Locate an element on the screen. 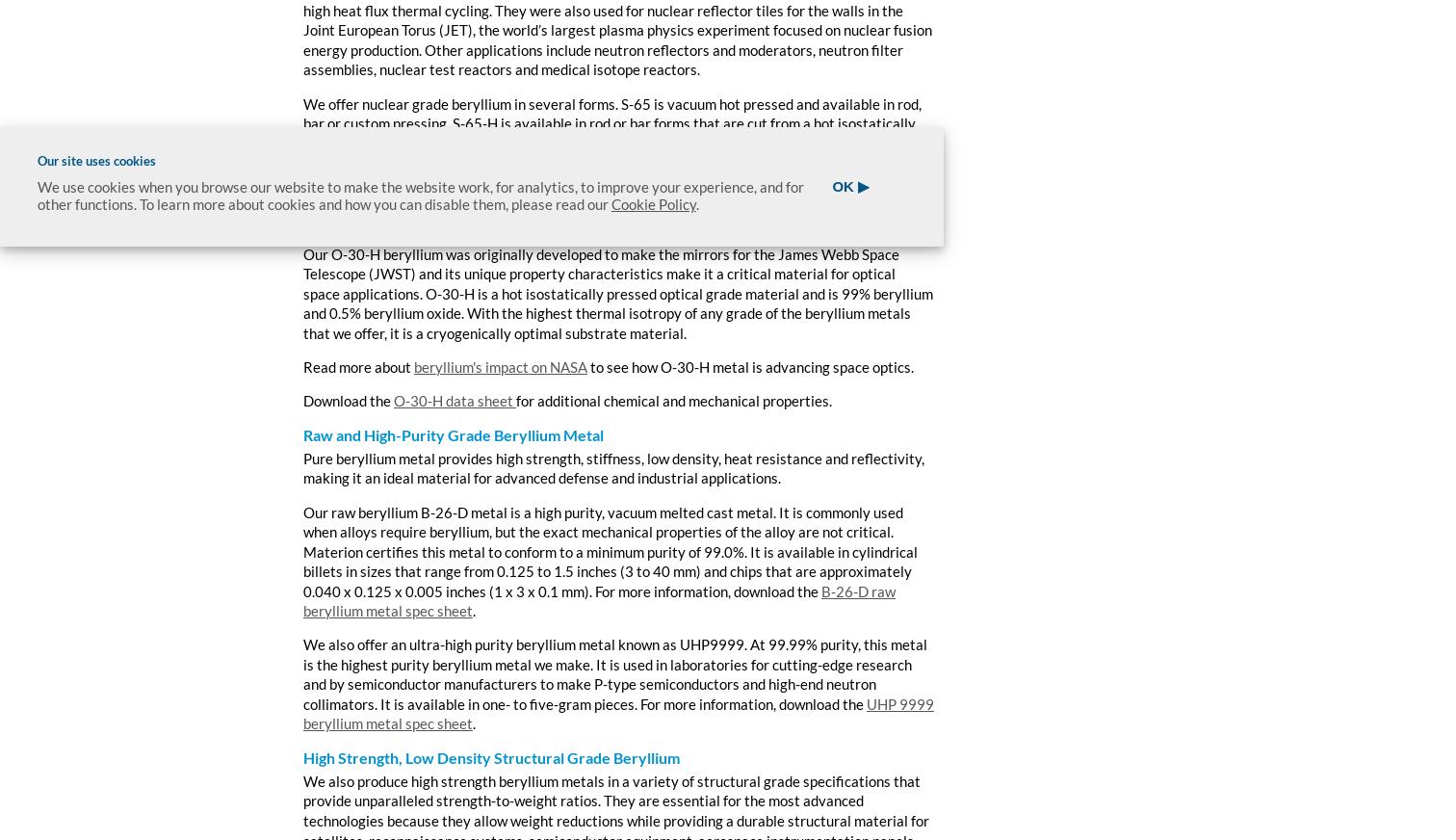 This screenshot has height=840, width=1456. 'to see how O-30-H metal is advancing space optics.' is located at coordinates (750, 367).